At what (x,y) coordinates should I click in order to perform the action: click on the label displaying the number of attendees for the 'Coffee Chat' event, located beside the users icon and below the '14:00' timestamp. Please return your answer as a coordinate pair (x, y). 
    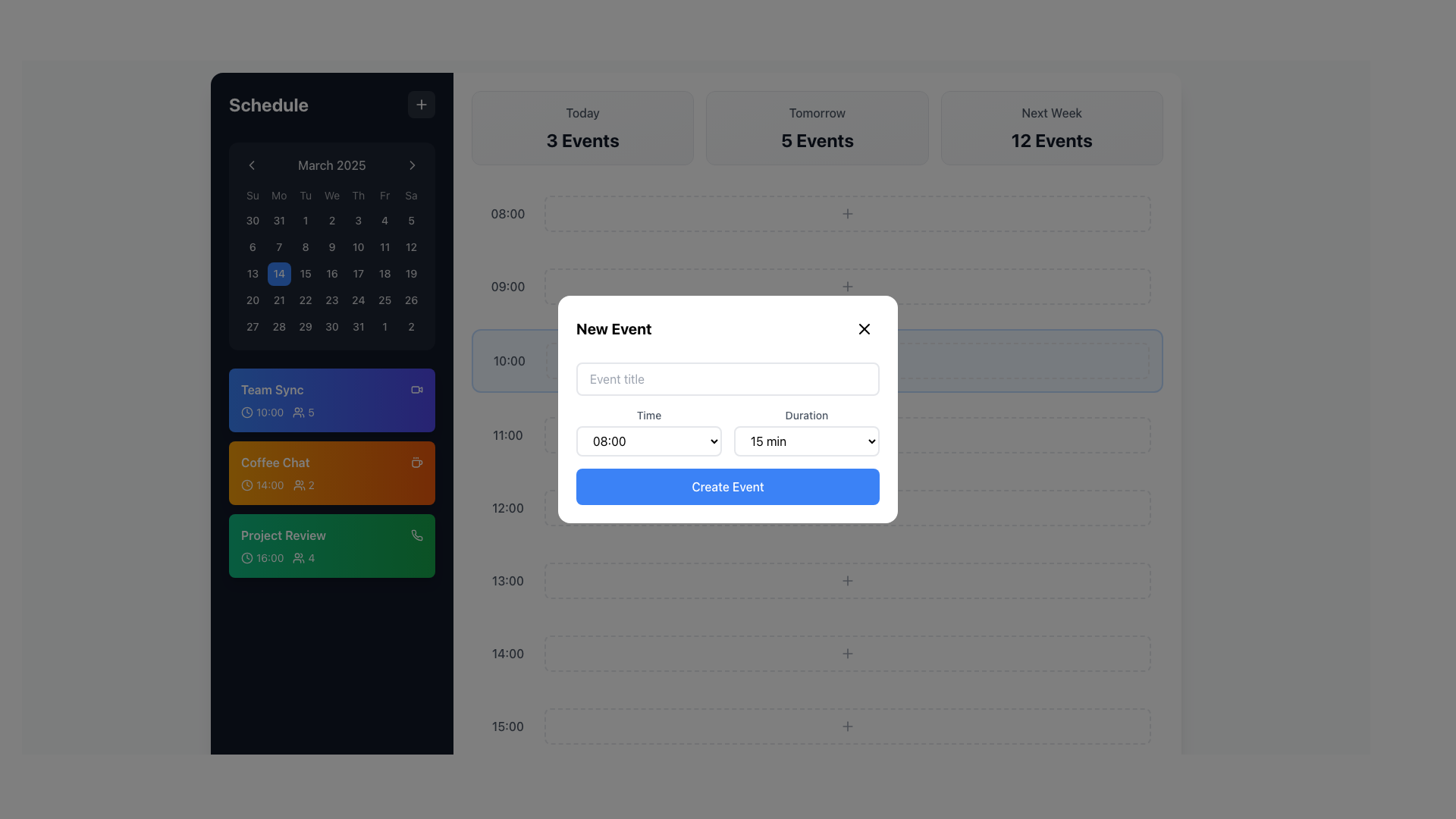
    Looking at the image, I should click on (303, 485).